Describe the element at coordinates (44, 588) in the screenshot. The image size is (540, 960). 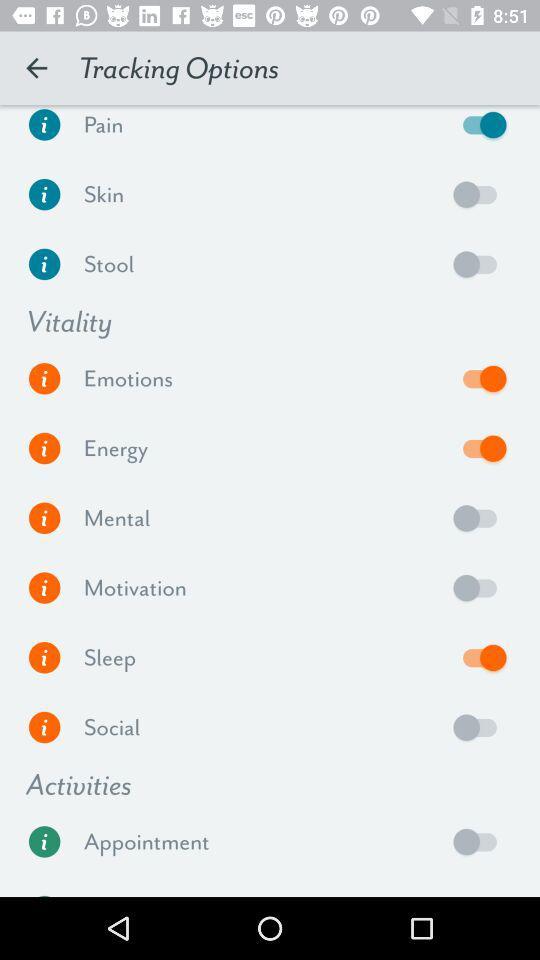
I see `see more details` at that location.